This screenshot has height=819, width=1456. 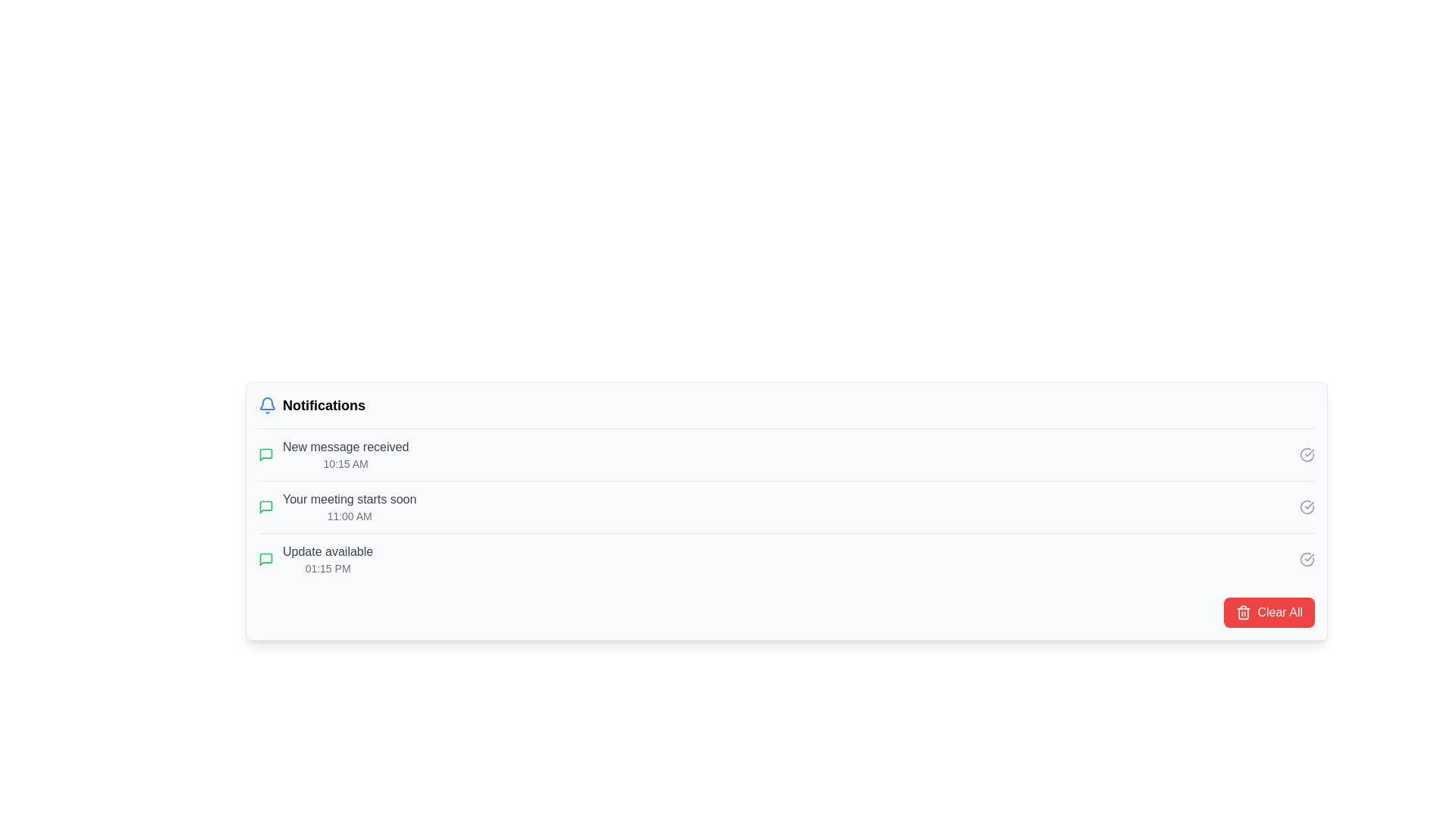 I want to click on text of the first notification item in the notifications list, which conveys the receipt of a new message and the time it was received, so click(x=345, y=454).